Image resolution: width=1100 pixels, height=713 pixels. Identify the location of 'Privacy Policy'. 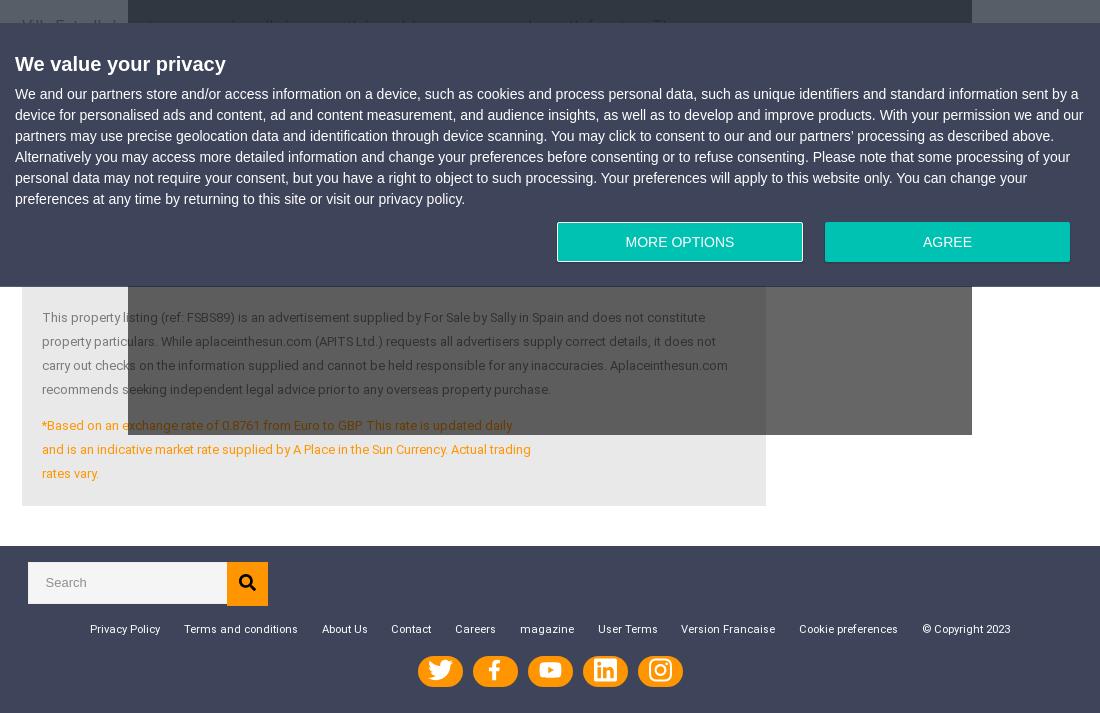
(123, 628).